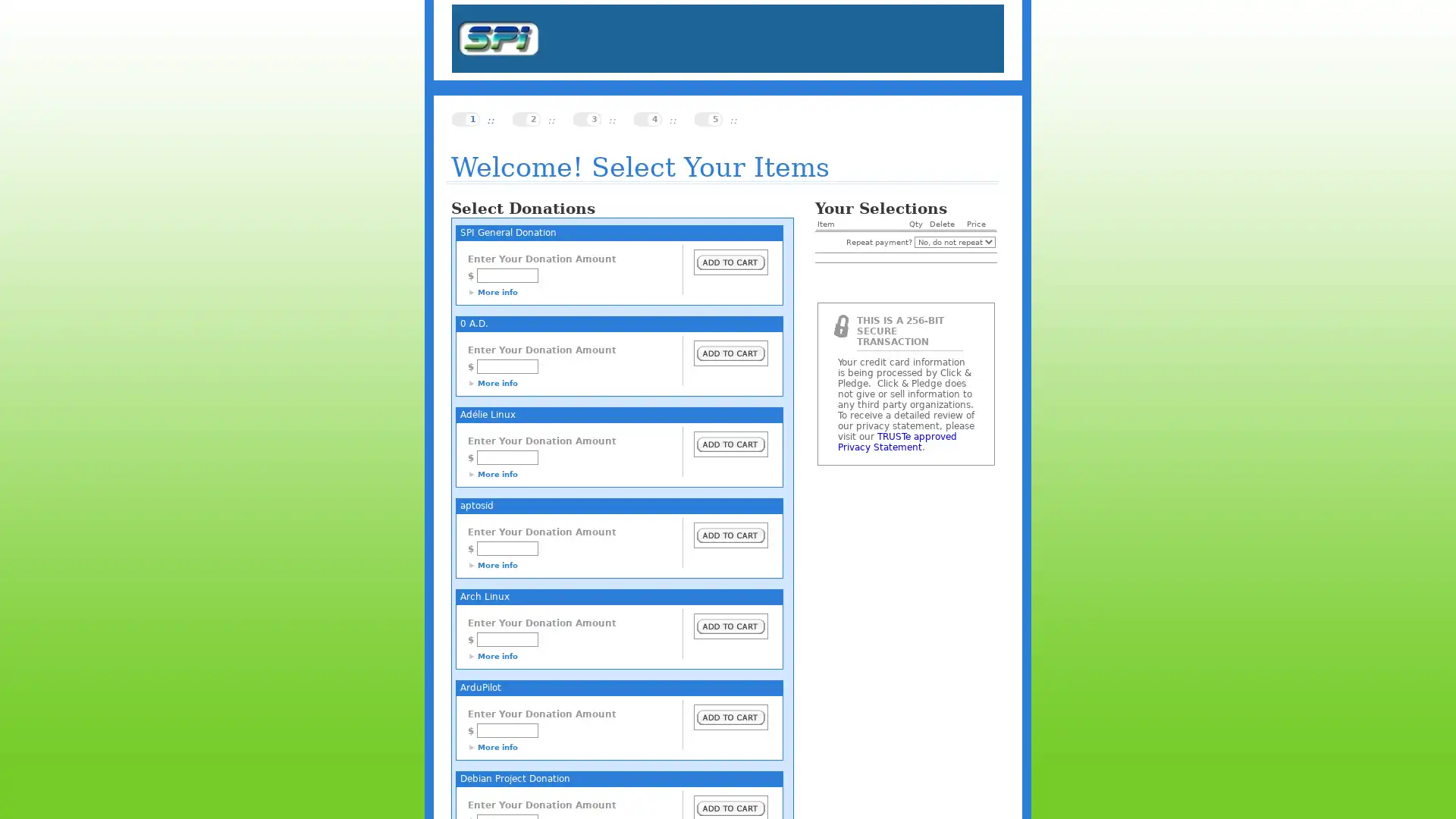  I want to click on Submit, so click(731, 262).